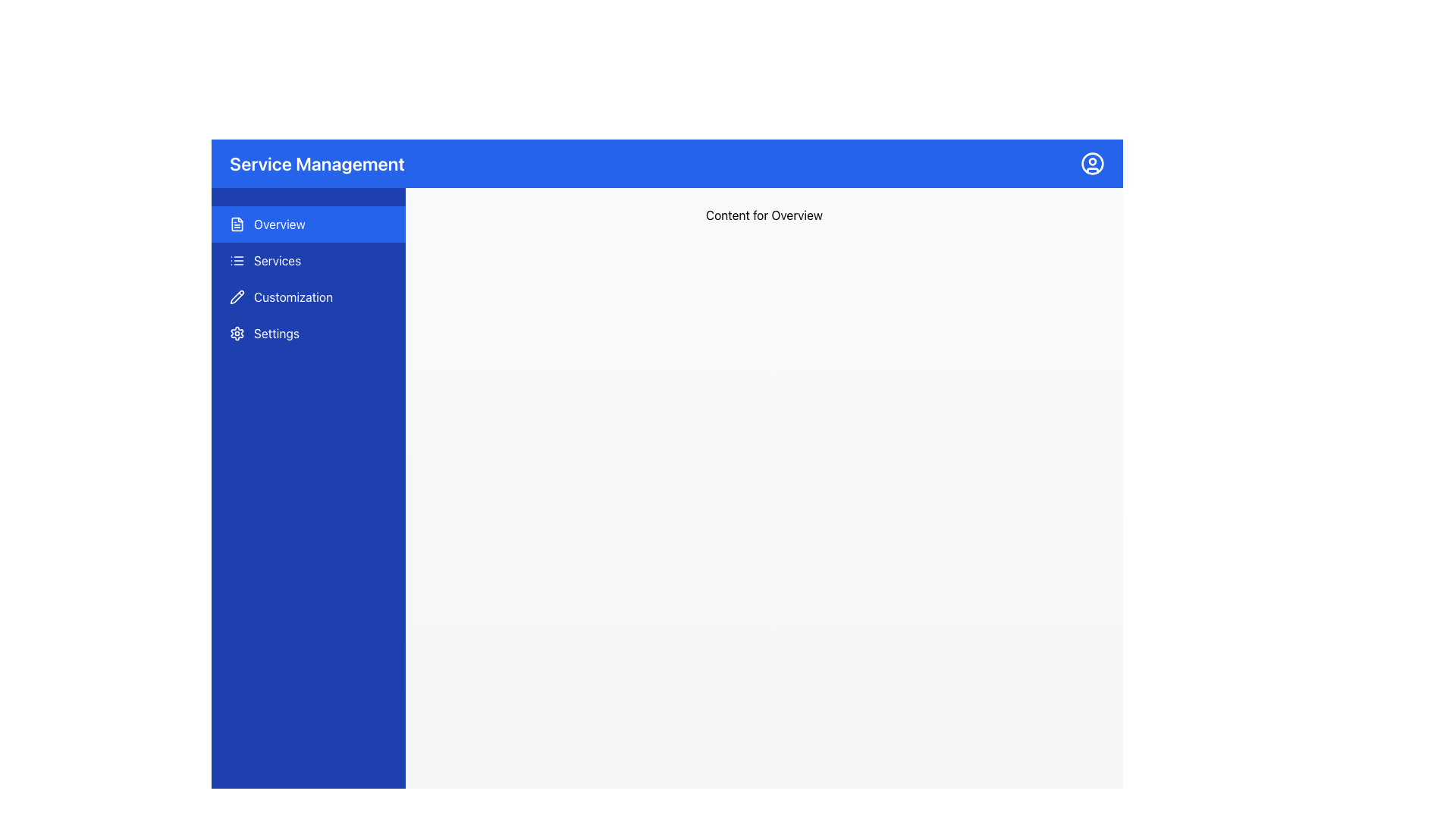  Describe the element at coordinates (293, 297) in the screenshot. I see `the 'Customization' label in the side menu of the dashboard` at that location.